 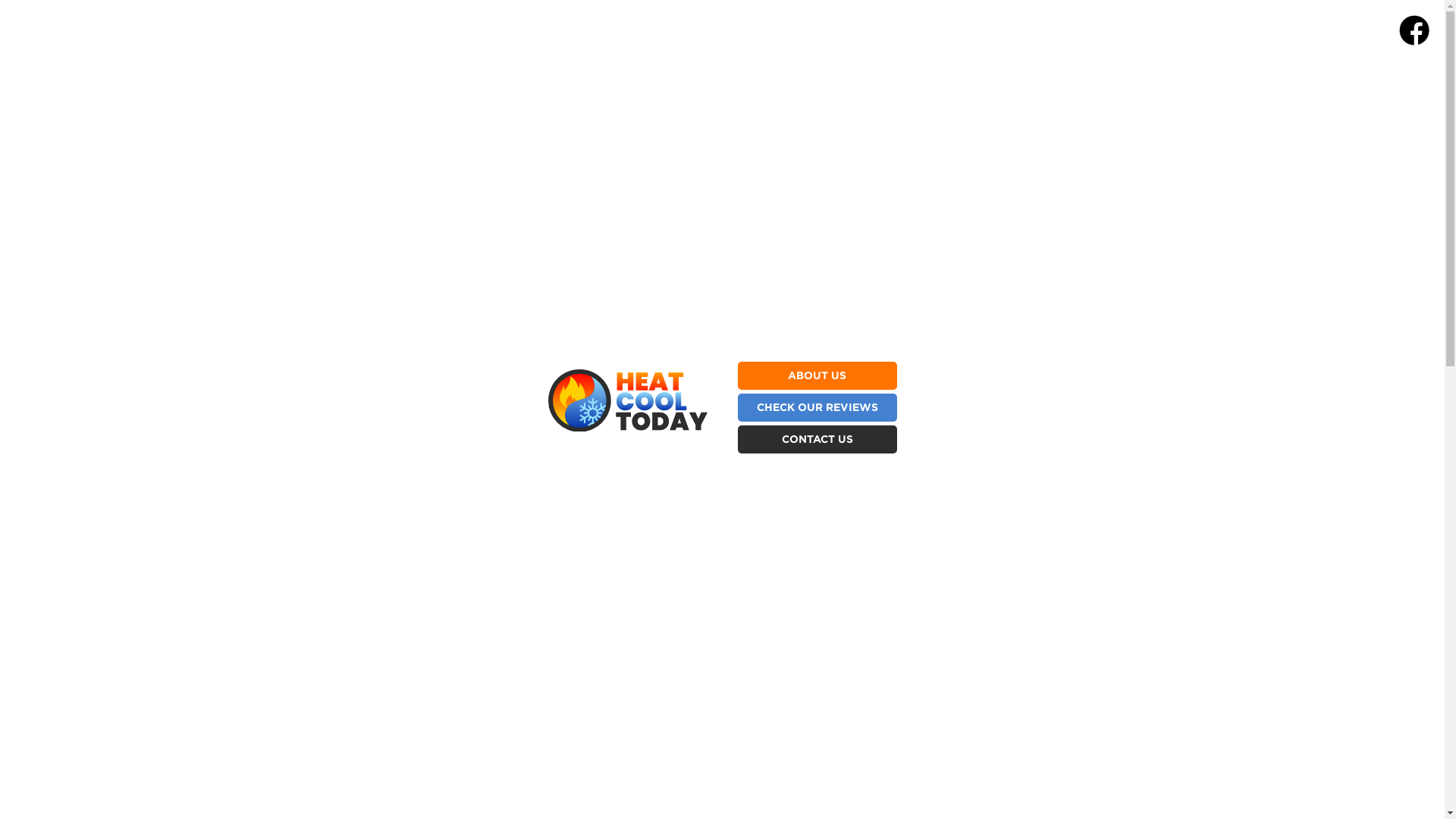 I want to click on 'CONTACT US', so click(x=781, y=438).